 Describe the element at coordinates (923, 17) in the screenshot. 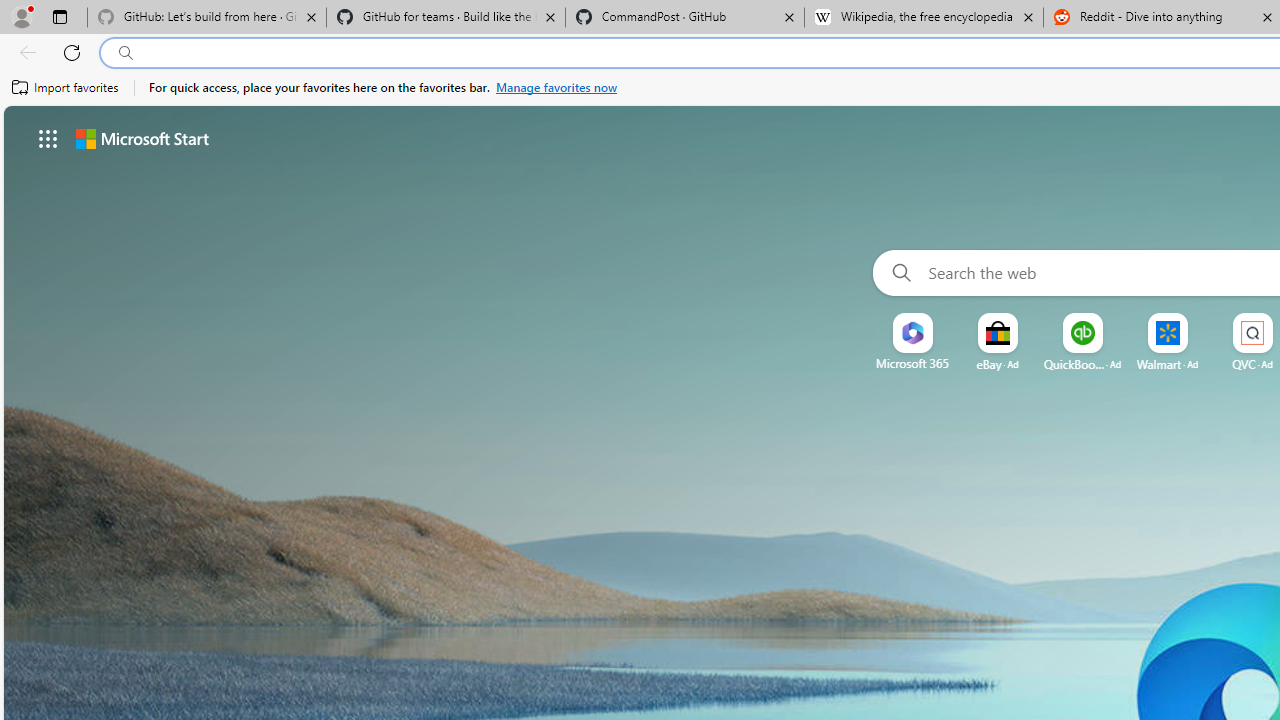

I see `'Wikipedia, the free encyclopedia'` at that location.